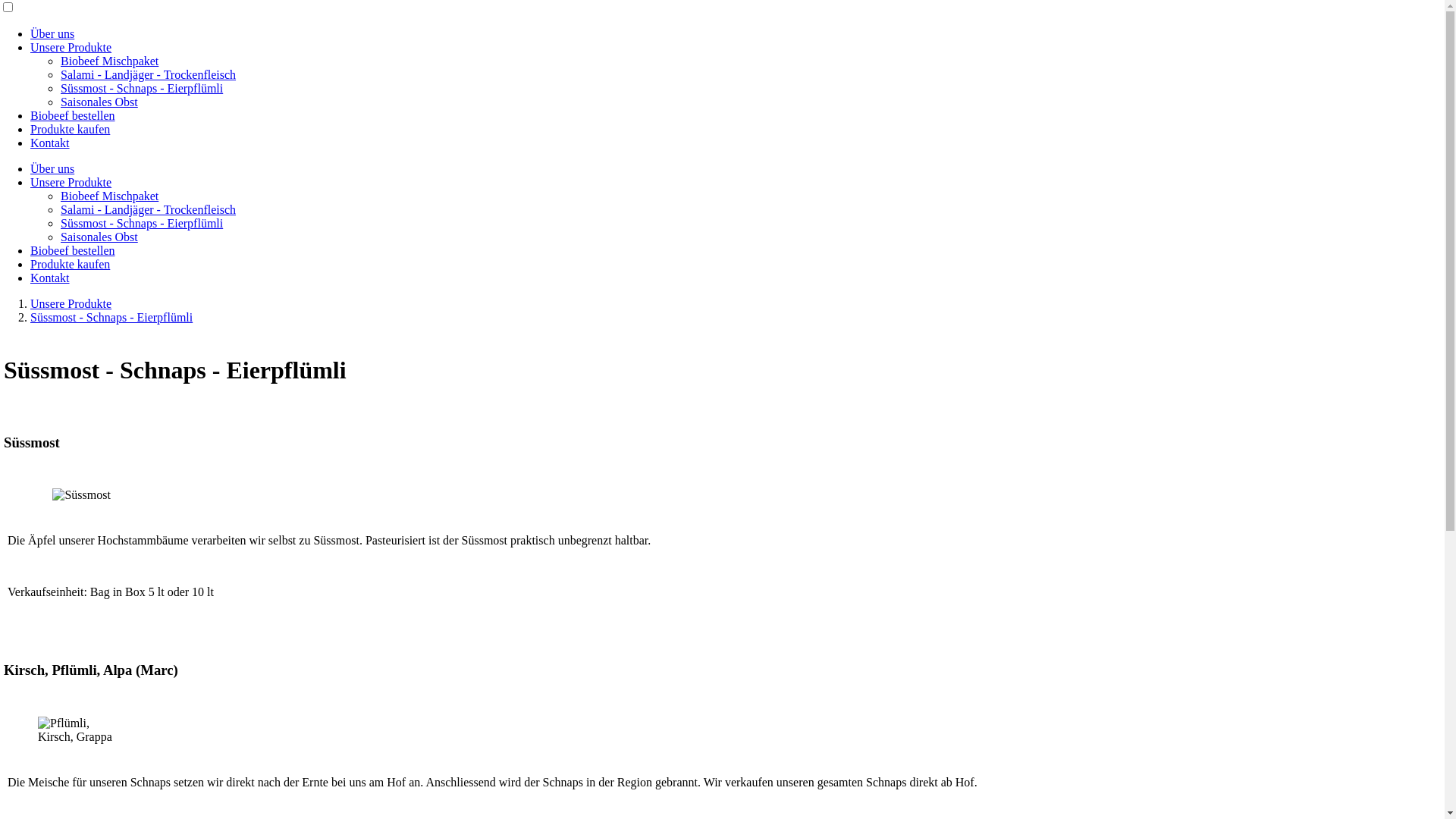 The width and height of the screenshot is (1456, 819). I want to click on 'Unsere Produkte', so click(70, 46).